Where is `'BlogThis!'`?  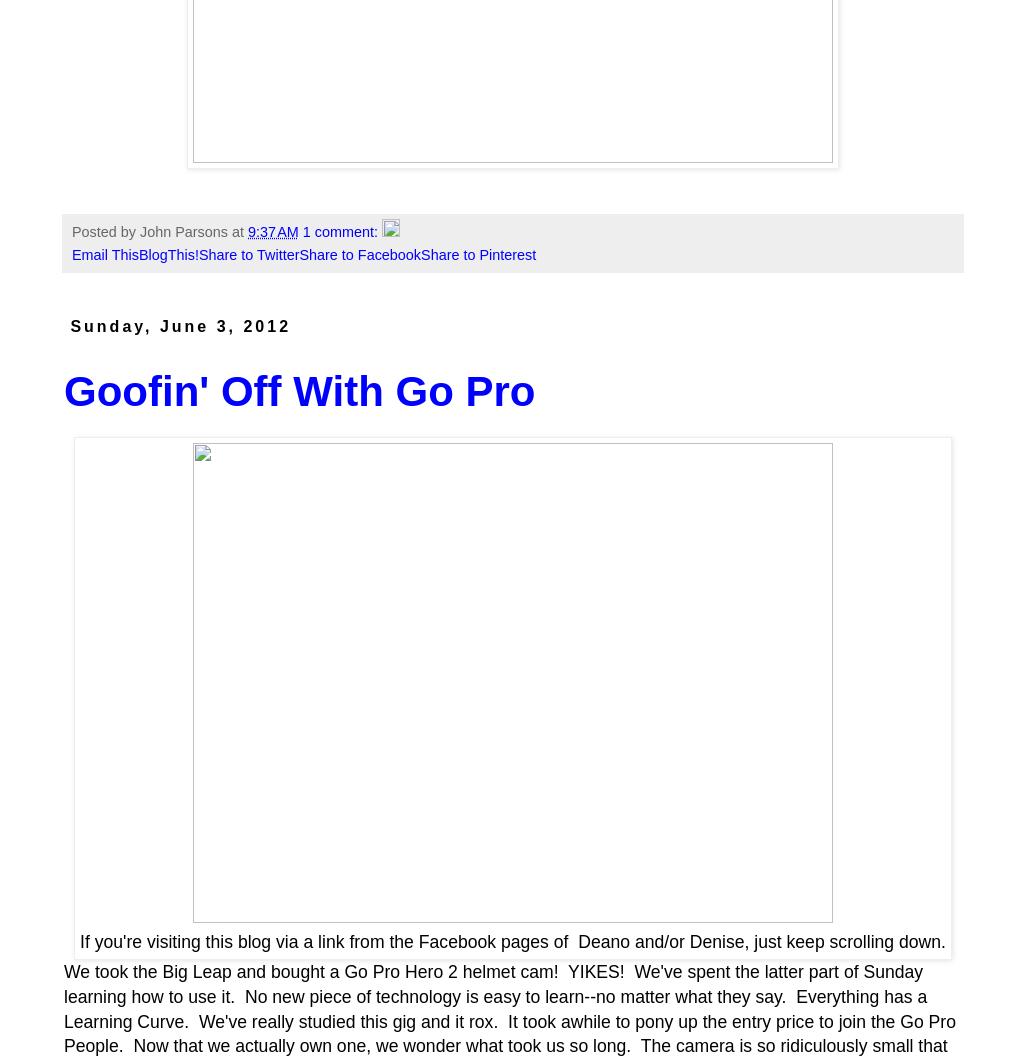 'BlogThis!' is located at coordinates (167, 254).